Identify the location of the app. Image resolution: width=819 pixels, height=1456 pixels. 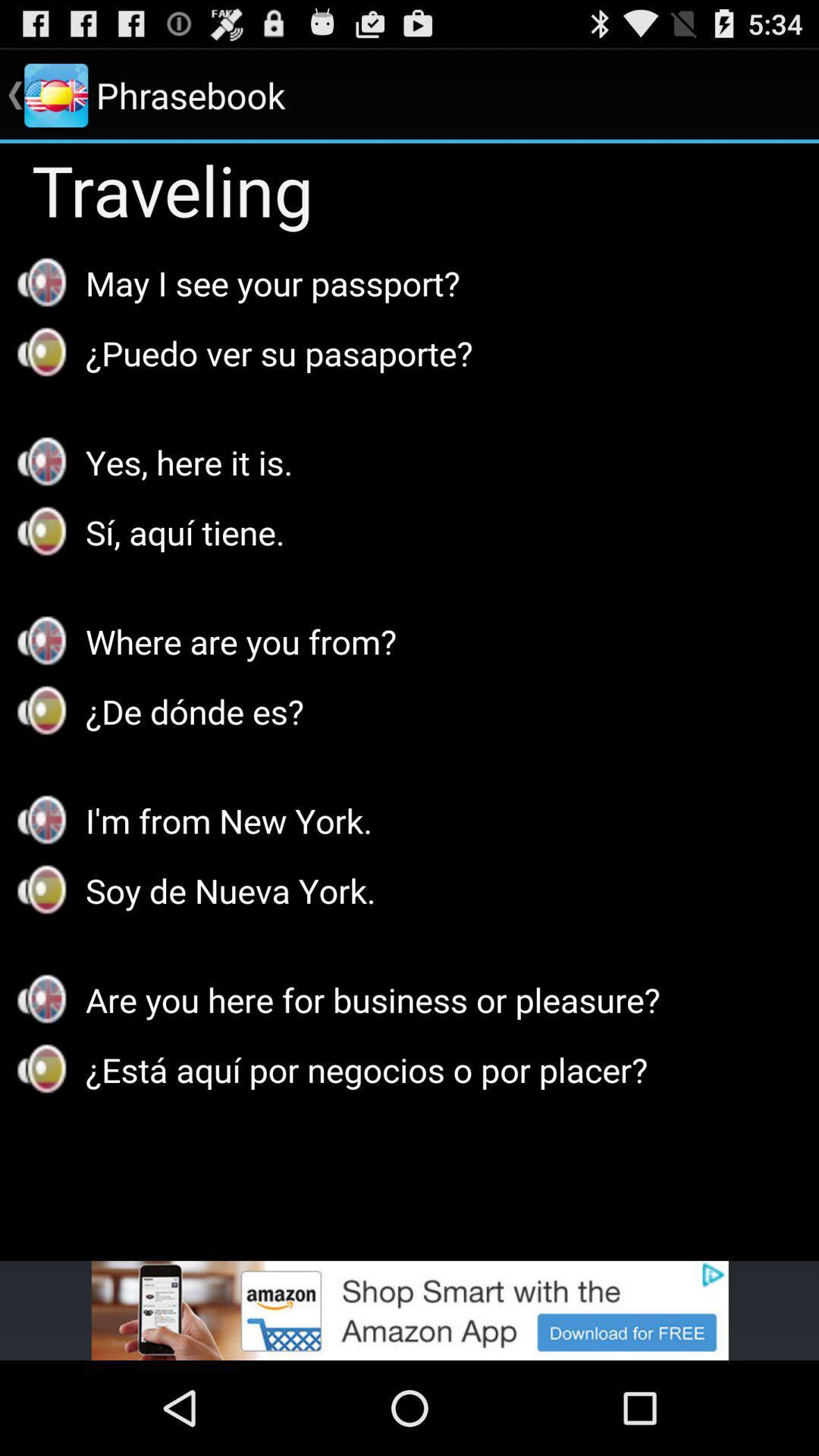
(409, 1310).